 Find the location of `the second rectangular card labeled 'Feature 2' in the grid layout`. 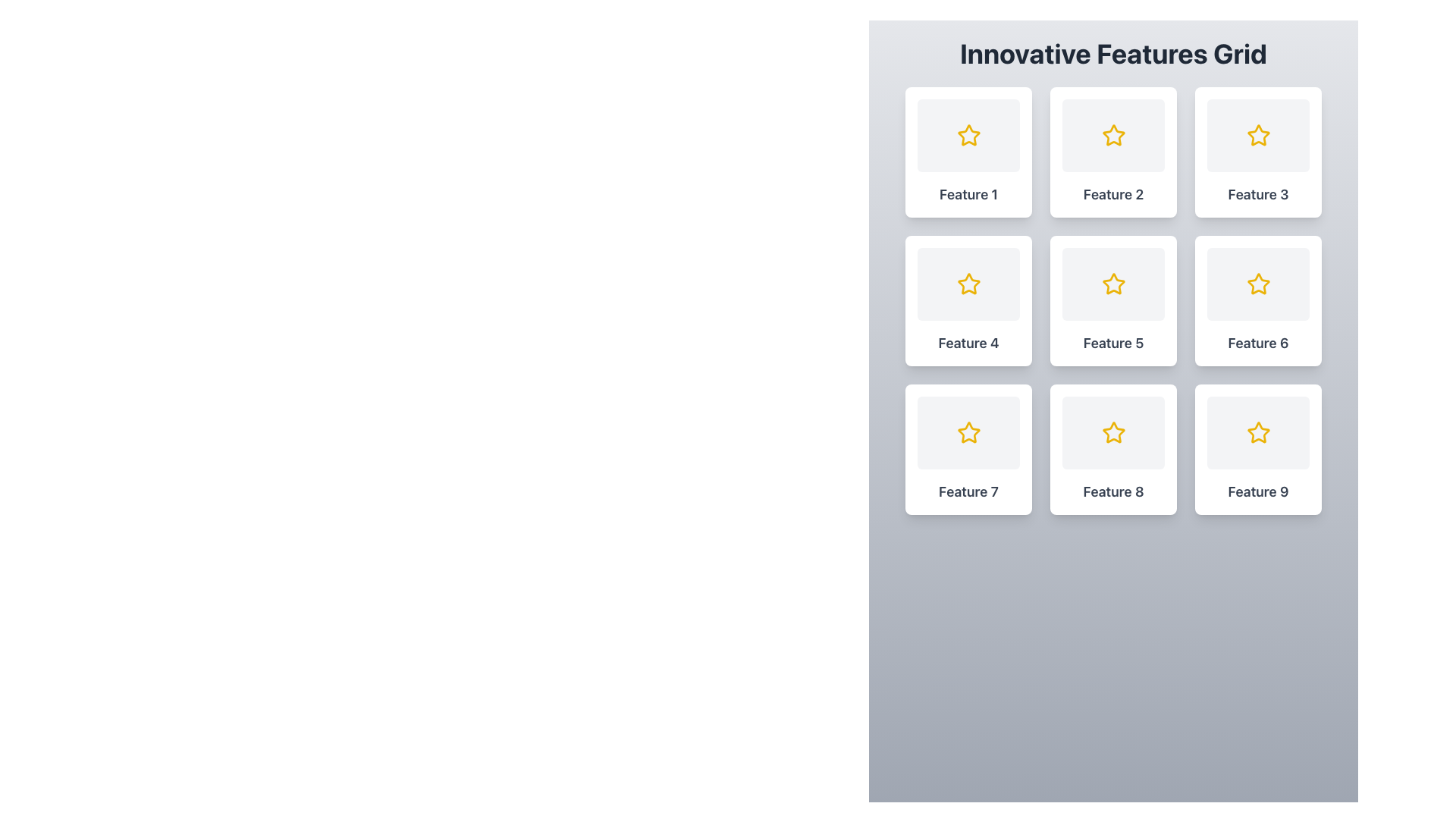

the second rectangular card labeled 'Feature 2' in the grid layout is located at coordinates (1113, 152).